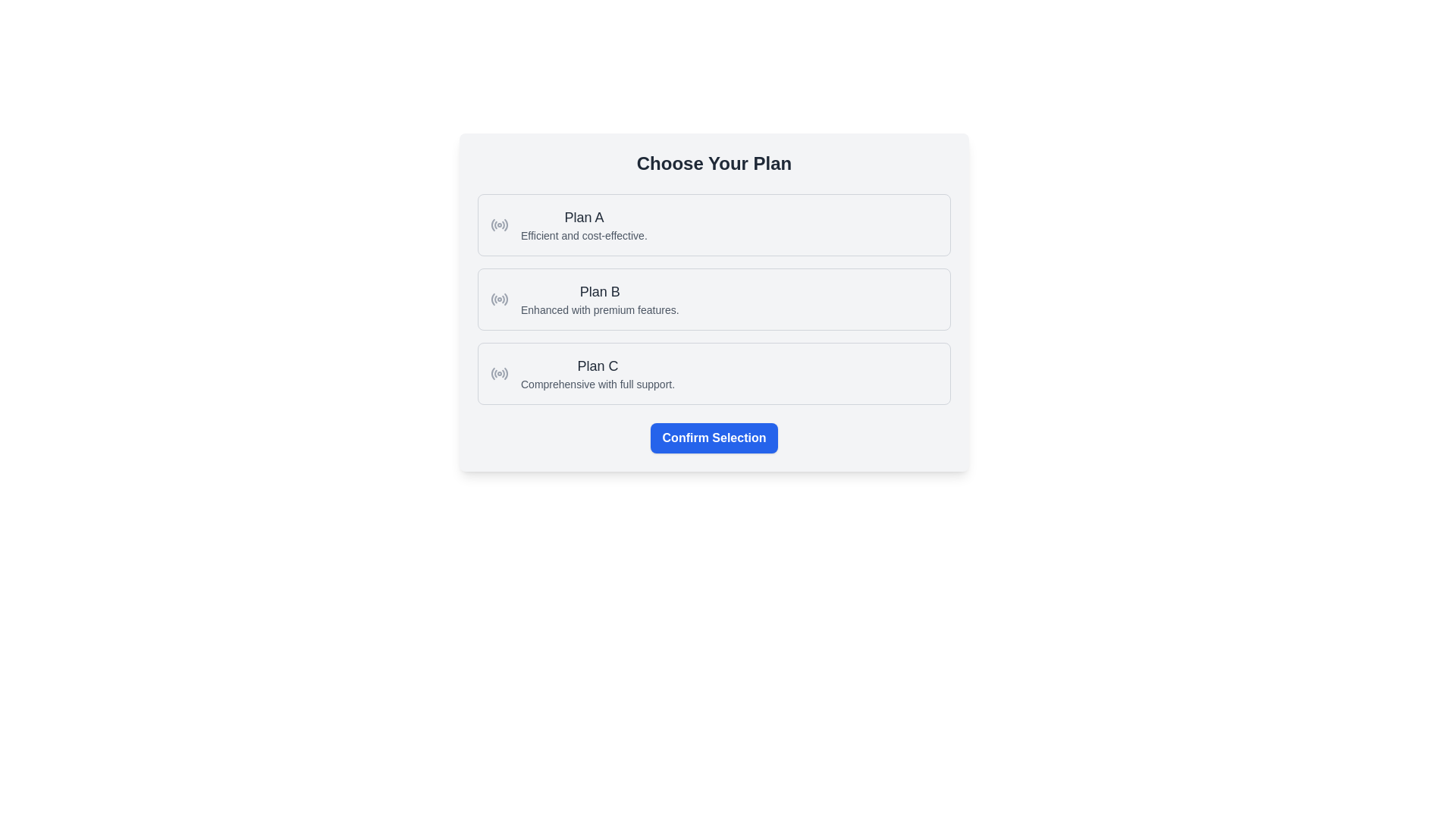 The width and height of the screenshot is (1456, 819). Describe the element at coordinates (713, 374) in the screenshot. I see `the 'Plan C' selectable option using the keyboard and select it by pressing Enter` at that location.